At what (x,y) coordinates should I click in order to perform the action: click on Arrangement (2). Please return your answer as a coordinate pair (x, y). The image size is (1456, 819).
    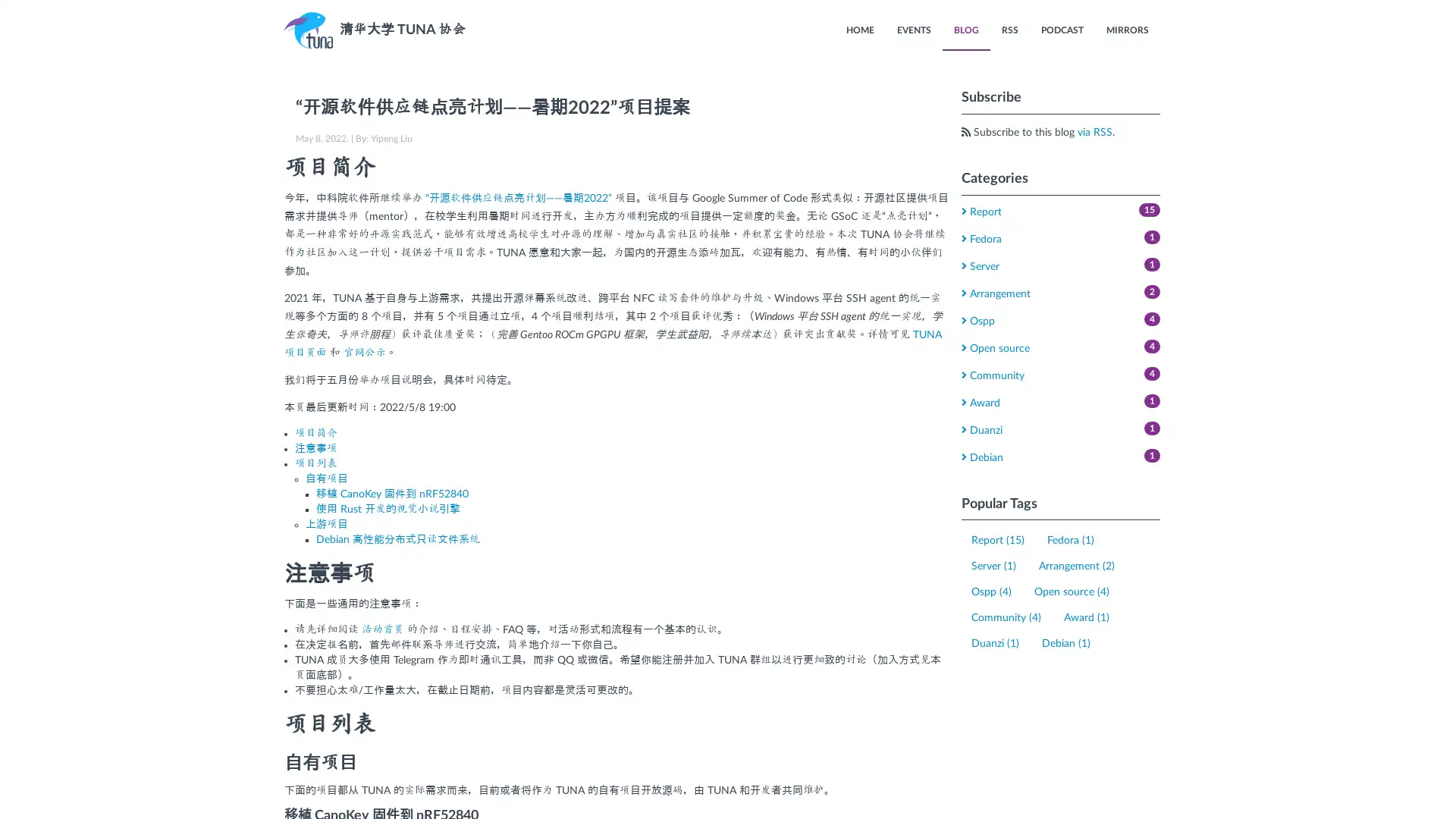
    Looking at the image, I should click on (1075, 566).